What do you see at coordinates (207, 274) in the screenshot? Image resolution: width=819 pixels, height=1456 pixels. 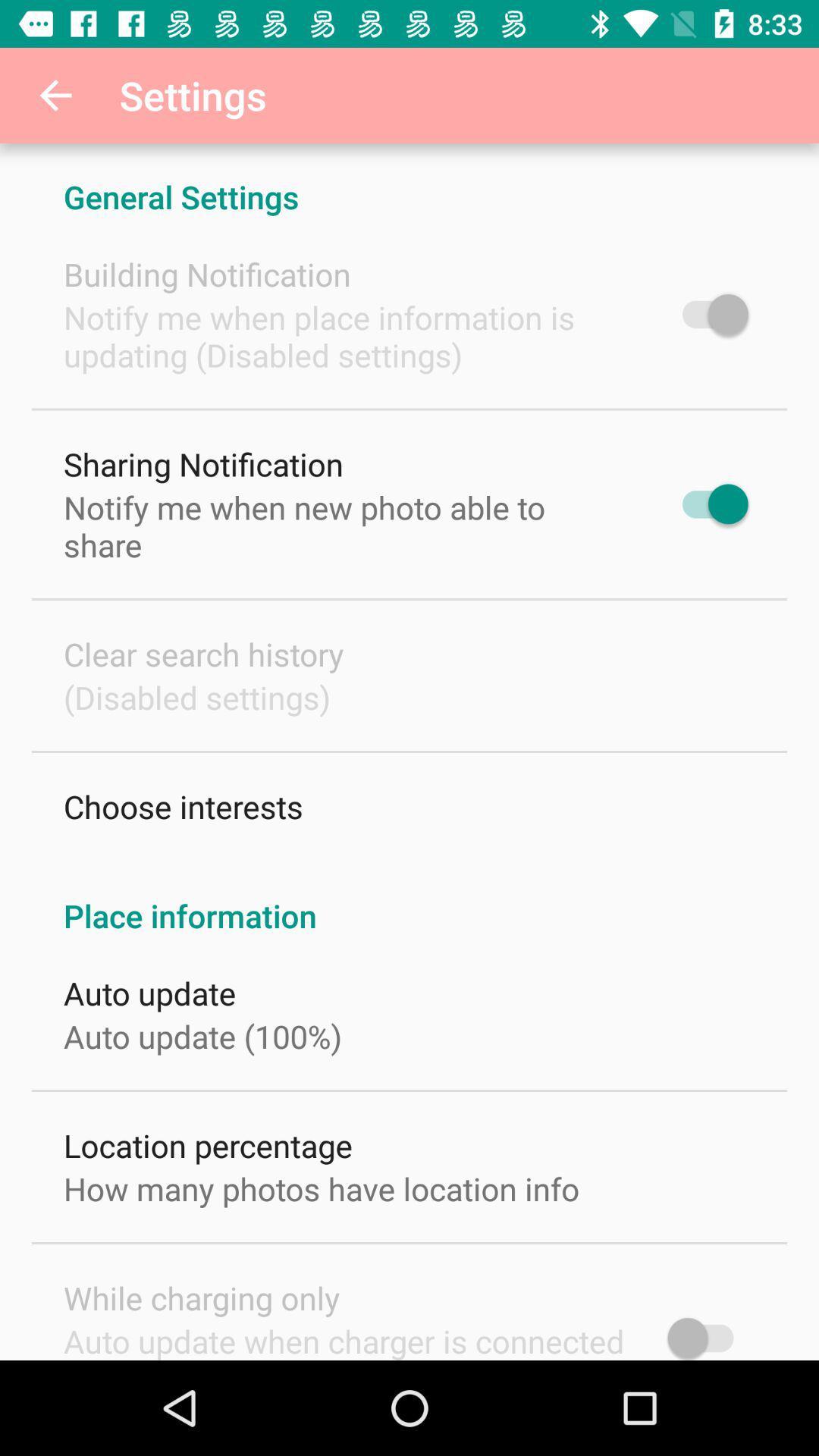 I see `the icon below general settings icon` at bounding box center [207, 274].